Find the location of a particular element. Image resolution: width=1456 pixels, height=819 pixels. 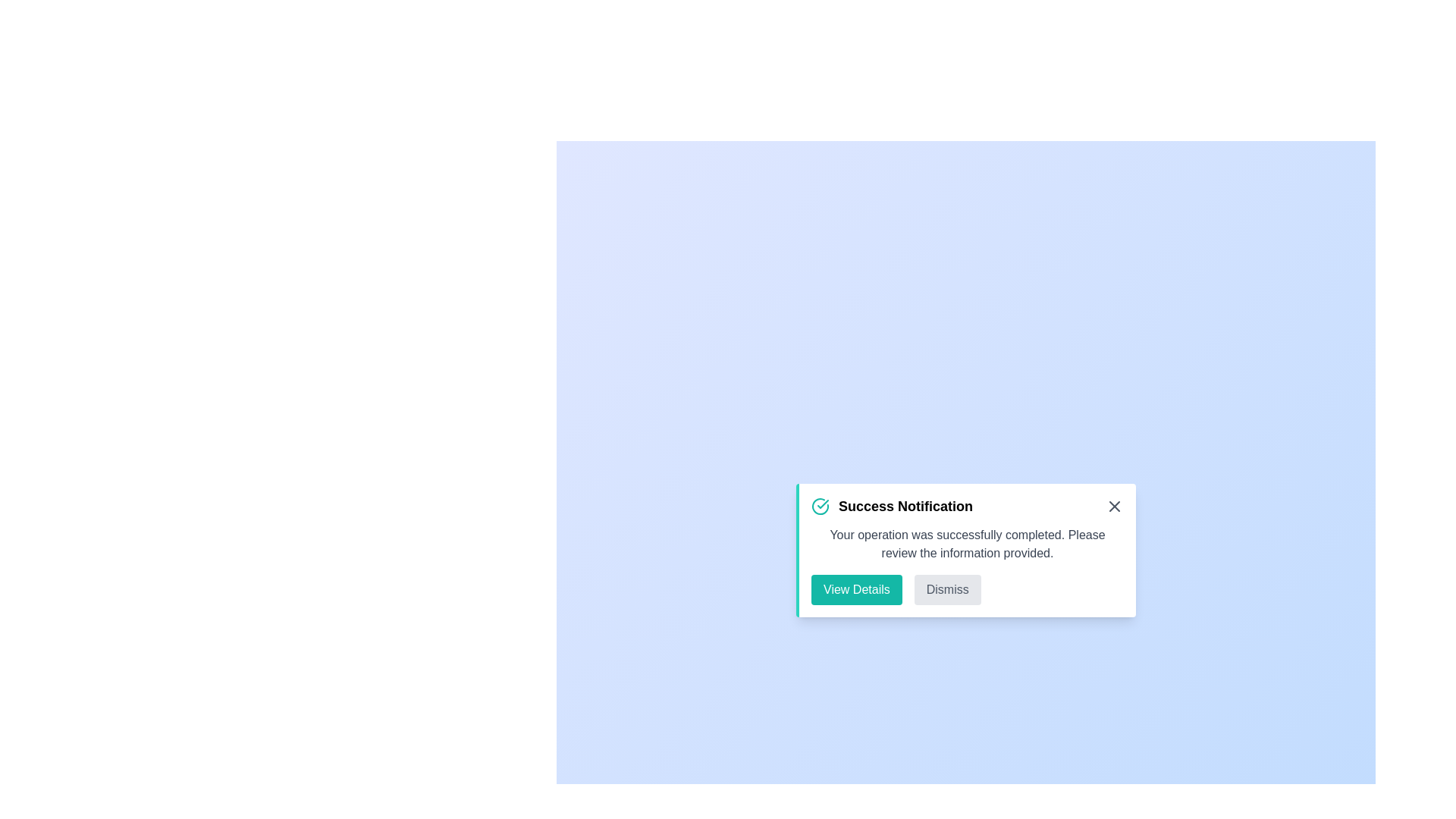

the success notification icon to confirm its presence and appearance is located at coordinates (819, 506).